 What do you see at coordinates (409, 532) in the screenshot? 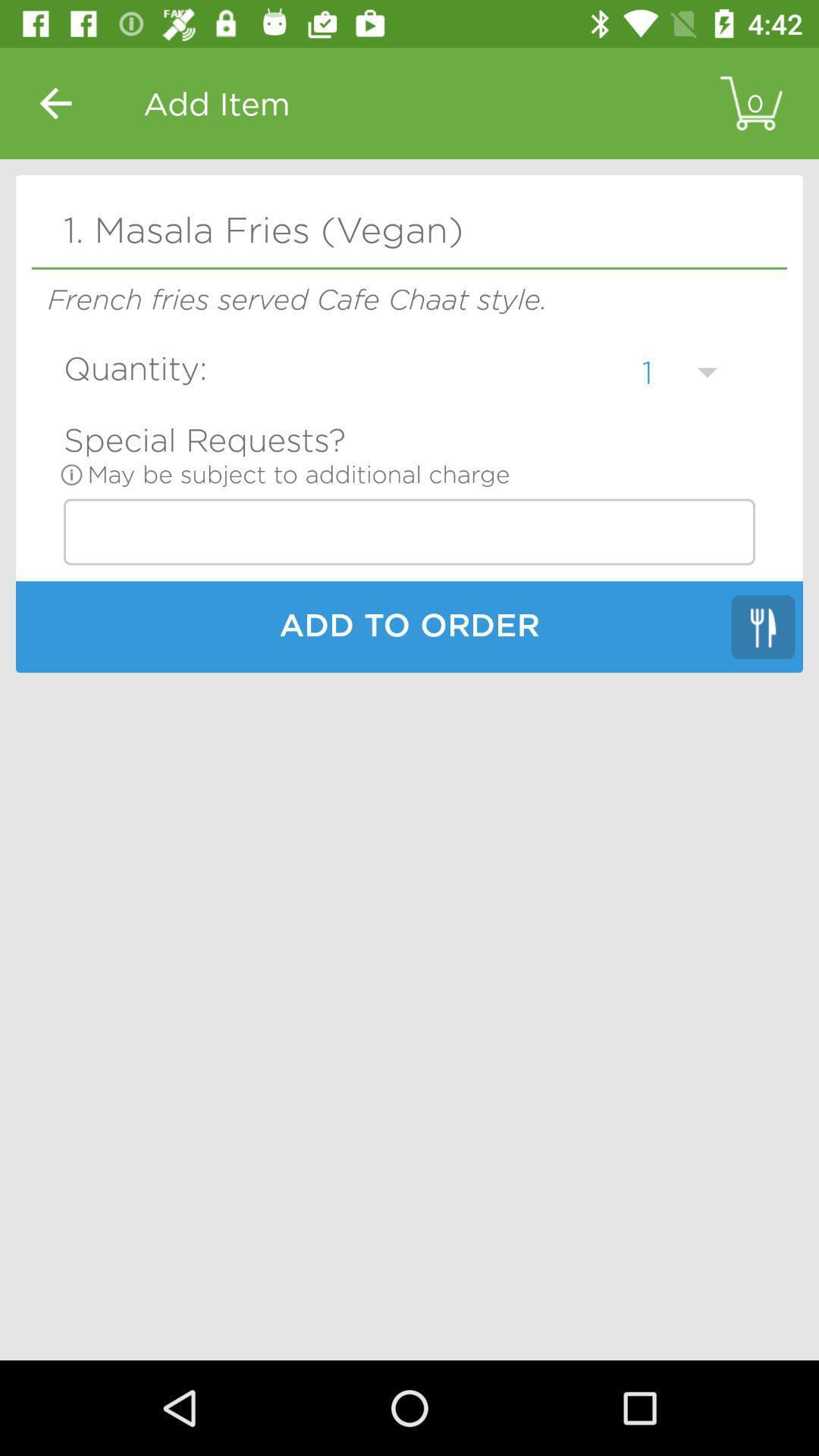
I see `icon above add to order icon` at bounding box center [409, 532].